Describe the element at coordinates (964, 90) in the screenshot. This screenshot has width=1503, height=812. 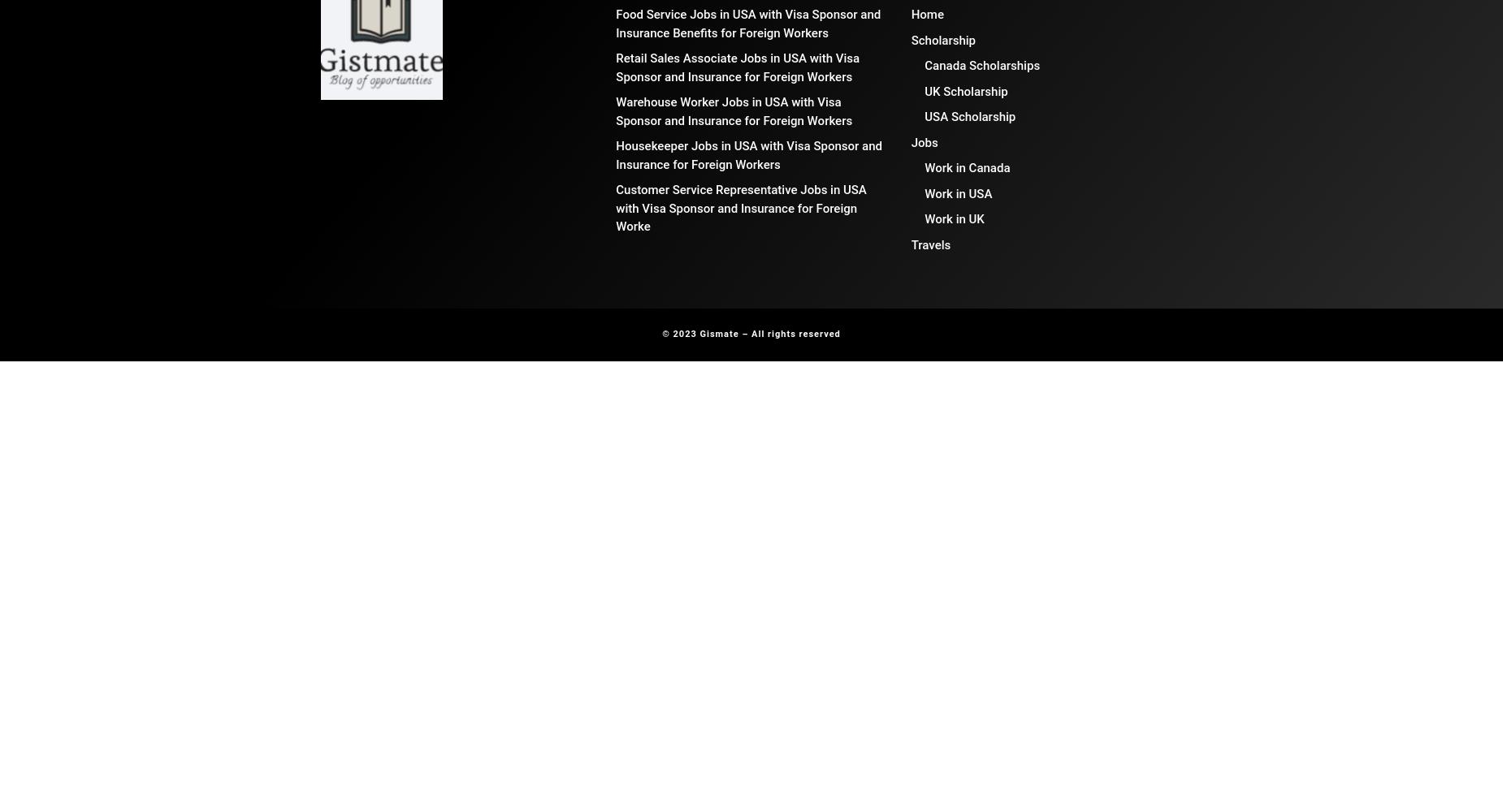
I see `'UK Scholarship'` at that location.